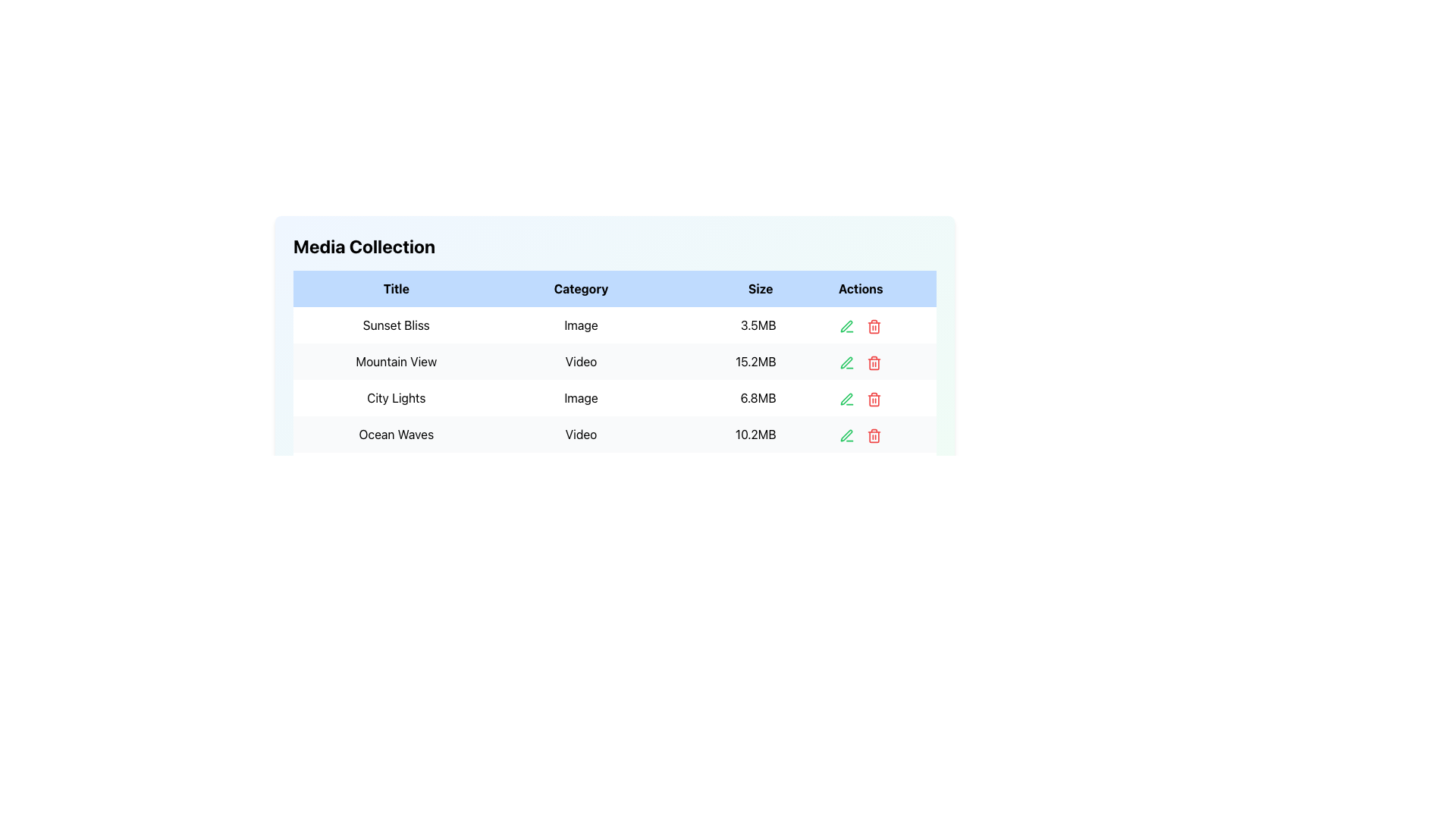  I want to click on the main body of the trash bin icon located in the Actions column of a table row, which is used for delete actions, so click(874, 327).